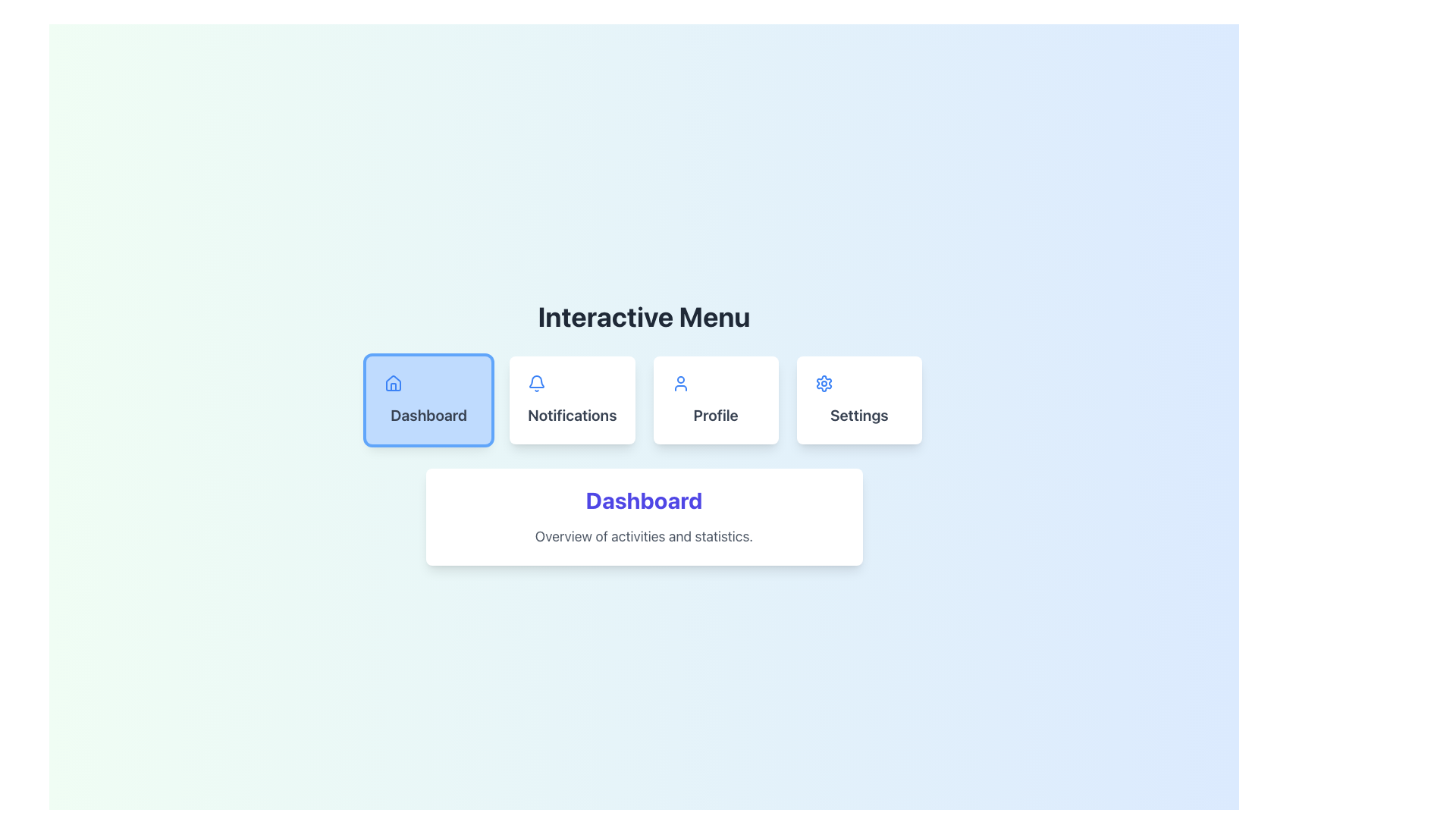 Image resolution: width=1456 pixels, height=819 pixels. What do you see at coordinates (823, 382) in the screenshot?
I see `the settings icon located within the 'Settings' menu card, positioned at the far-right of the horizontal row of cards` at bounding box center [823, 382].